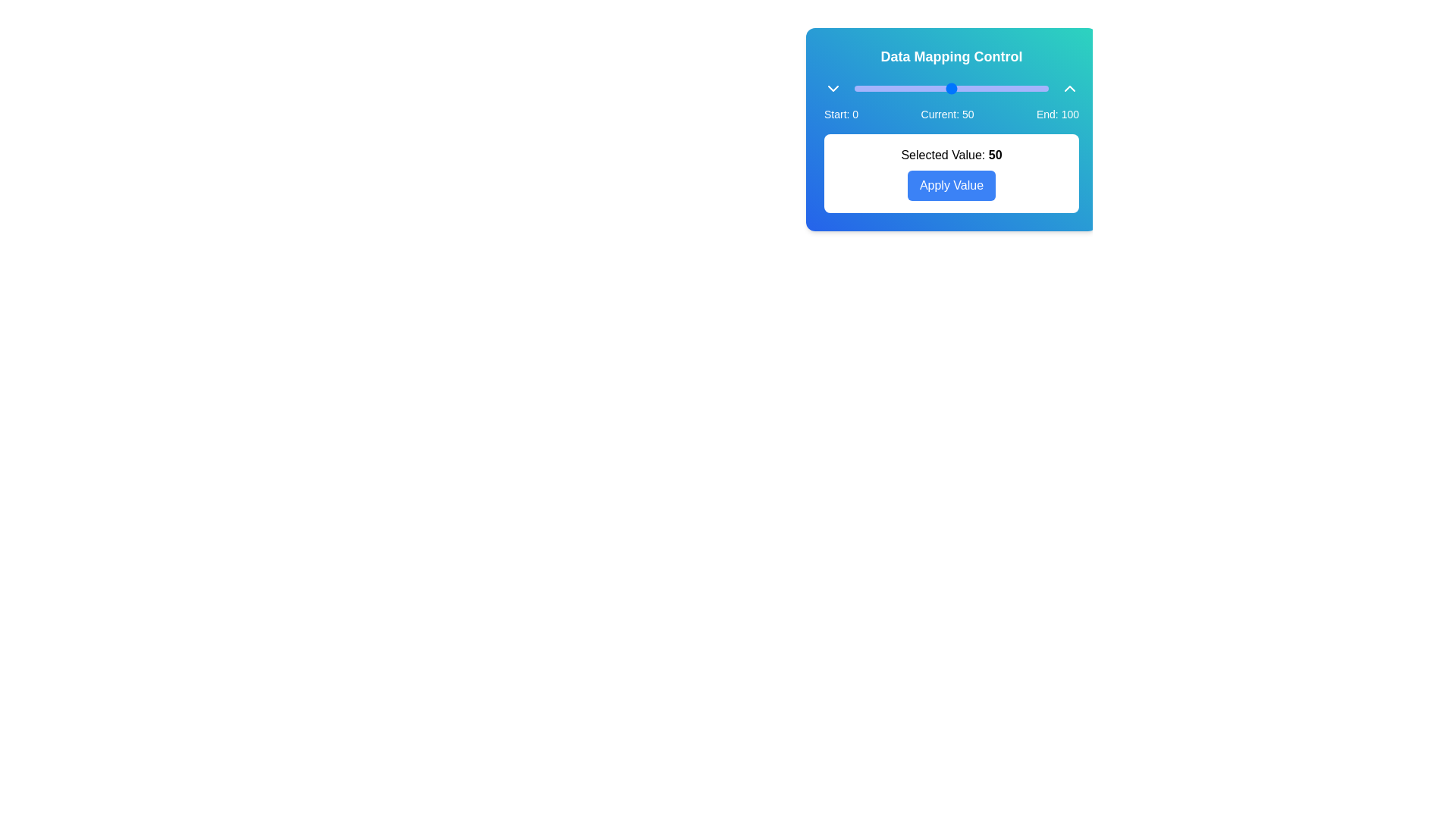 The height and width of the screenshot is (819, 1456). What do you see at coordinates (924, 85) in the screenshot?
I see `slider value` at bounding box center [924, 85].